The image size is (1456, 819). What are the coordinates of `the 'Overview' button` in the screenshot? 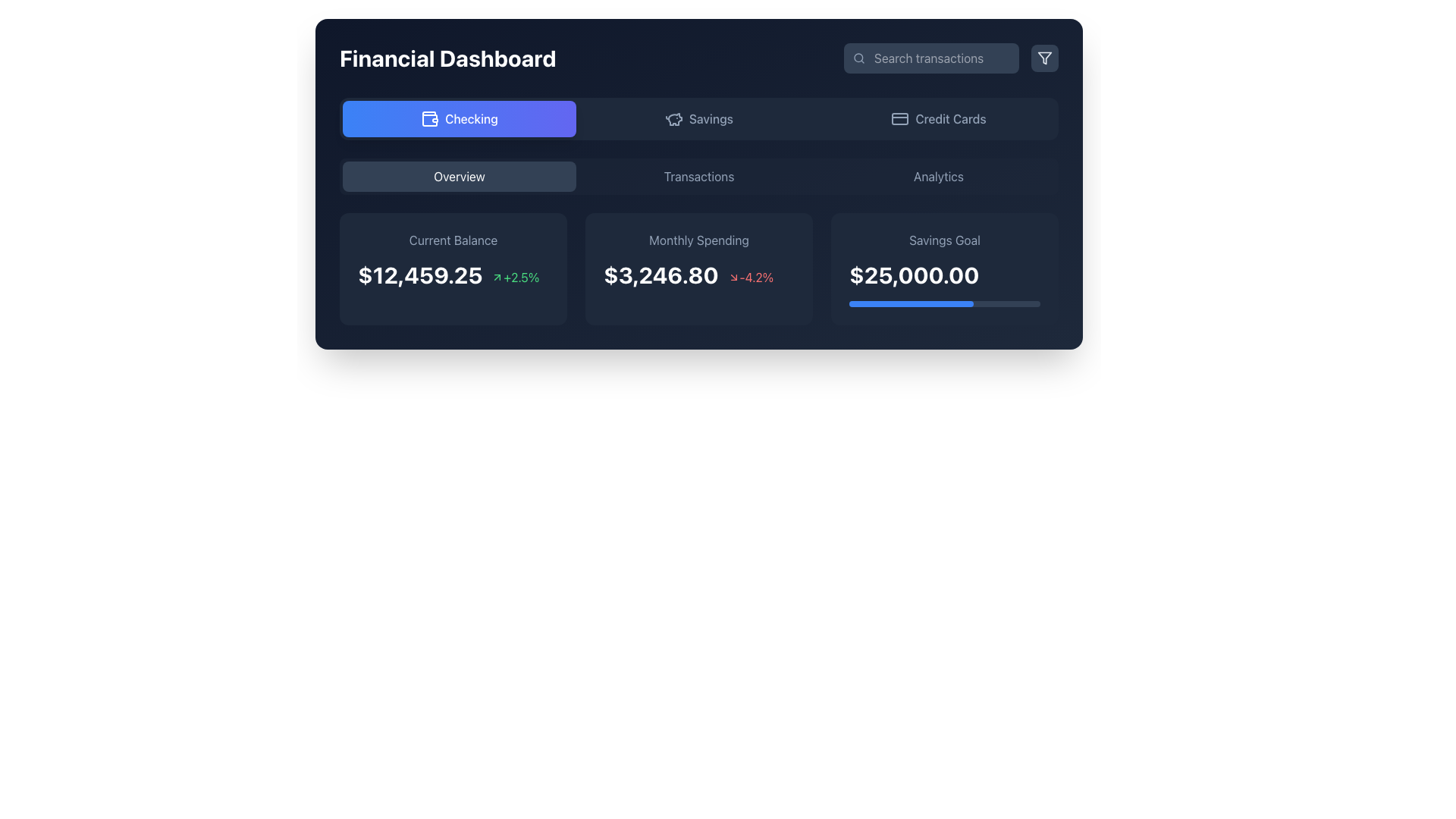 It's located at (458, 175).